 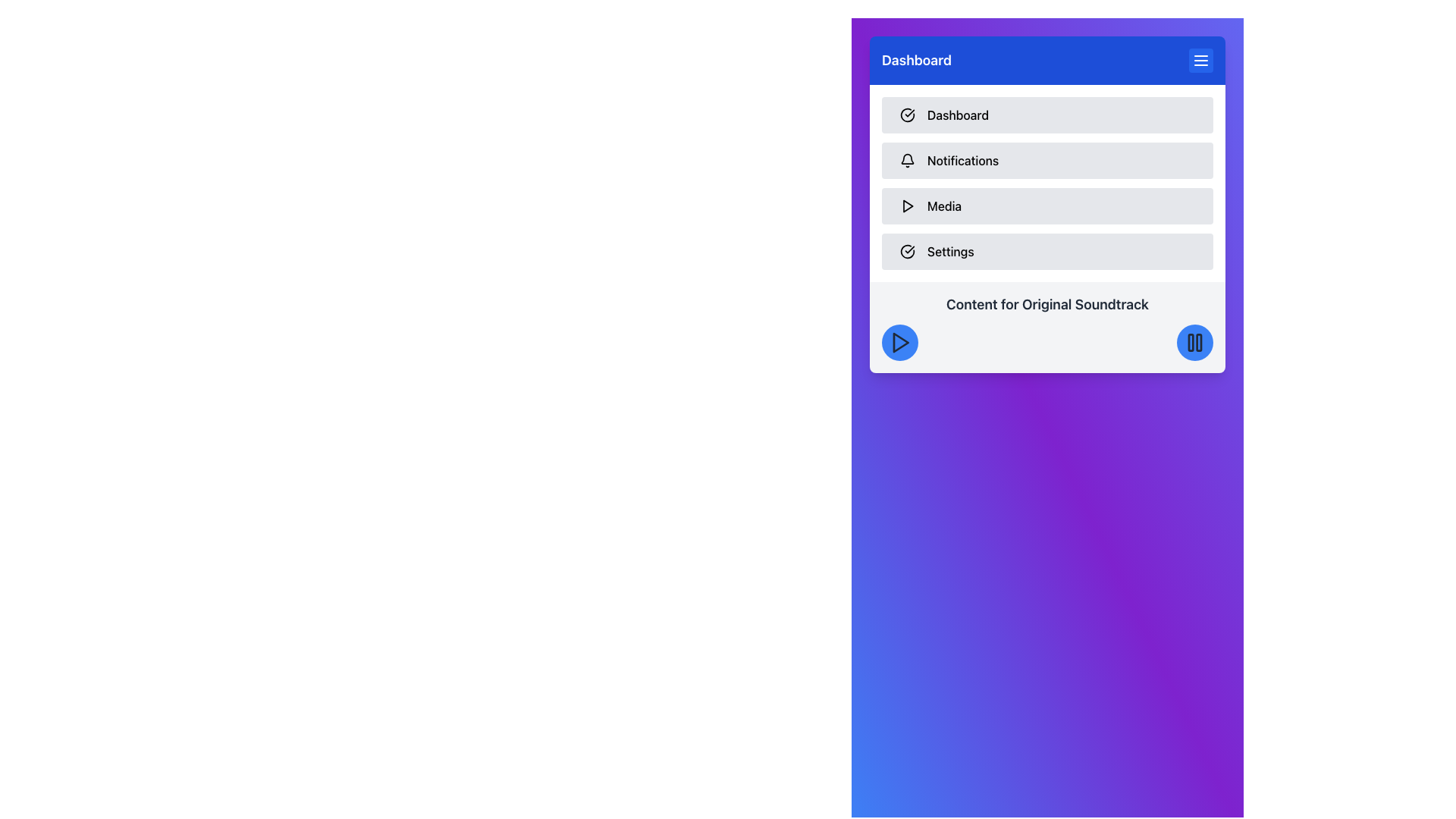 What do you see at coordinates (1046, 304) in the screenshot?
I see `the text label that displays the title or description of the soundtrack or music, which is centrally located within its light gray background block` at bounding box center [1046, 304].